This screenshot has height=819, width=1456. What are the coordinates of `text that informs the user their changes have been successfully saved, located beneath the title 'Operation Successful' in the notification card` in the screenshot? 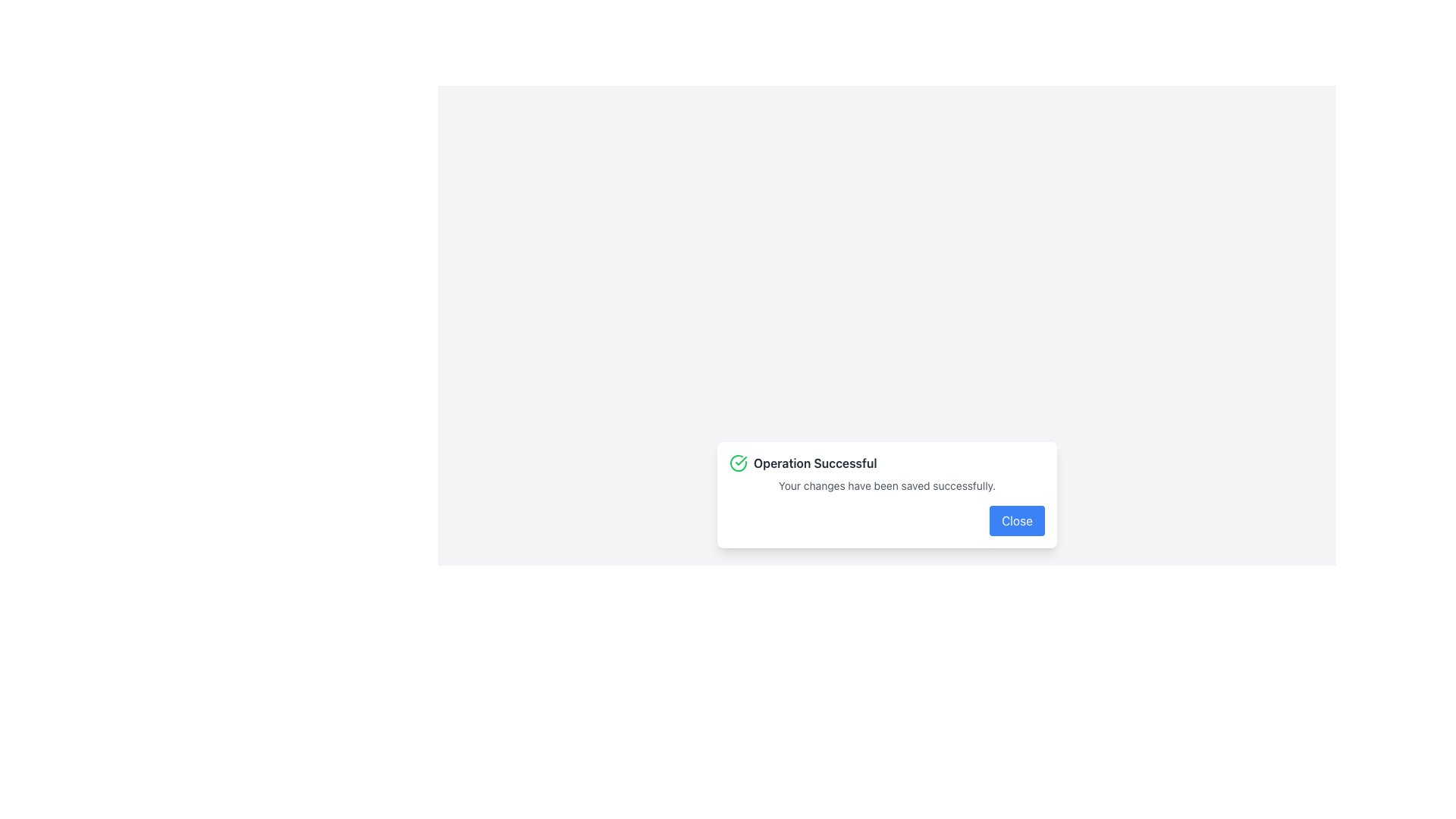 It's located at (887, 485).